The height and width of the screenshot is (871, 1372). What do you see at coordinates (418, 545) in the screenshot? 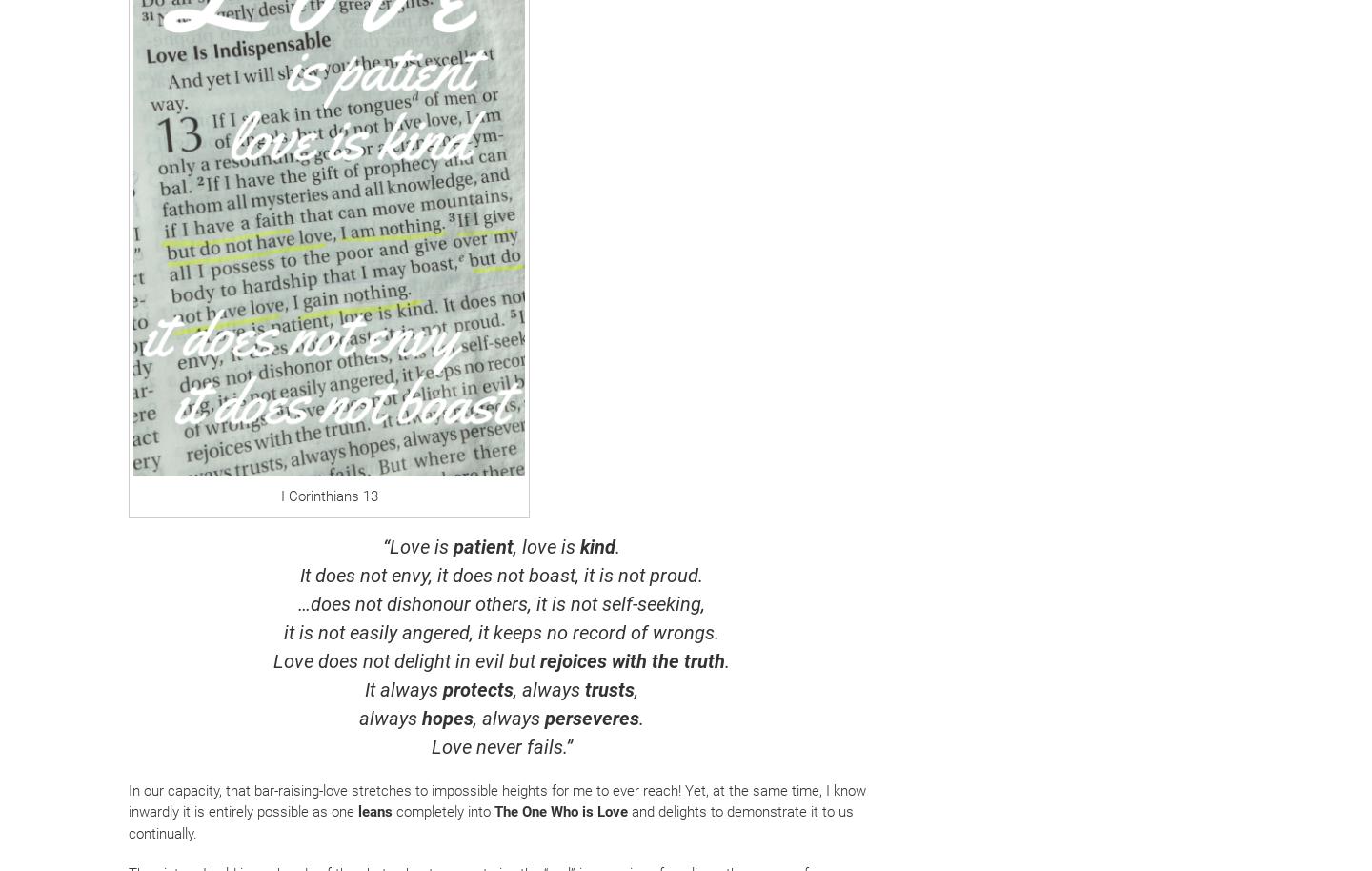
I see `'“Love is'` at bounding box center [418, 545].